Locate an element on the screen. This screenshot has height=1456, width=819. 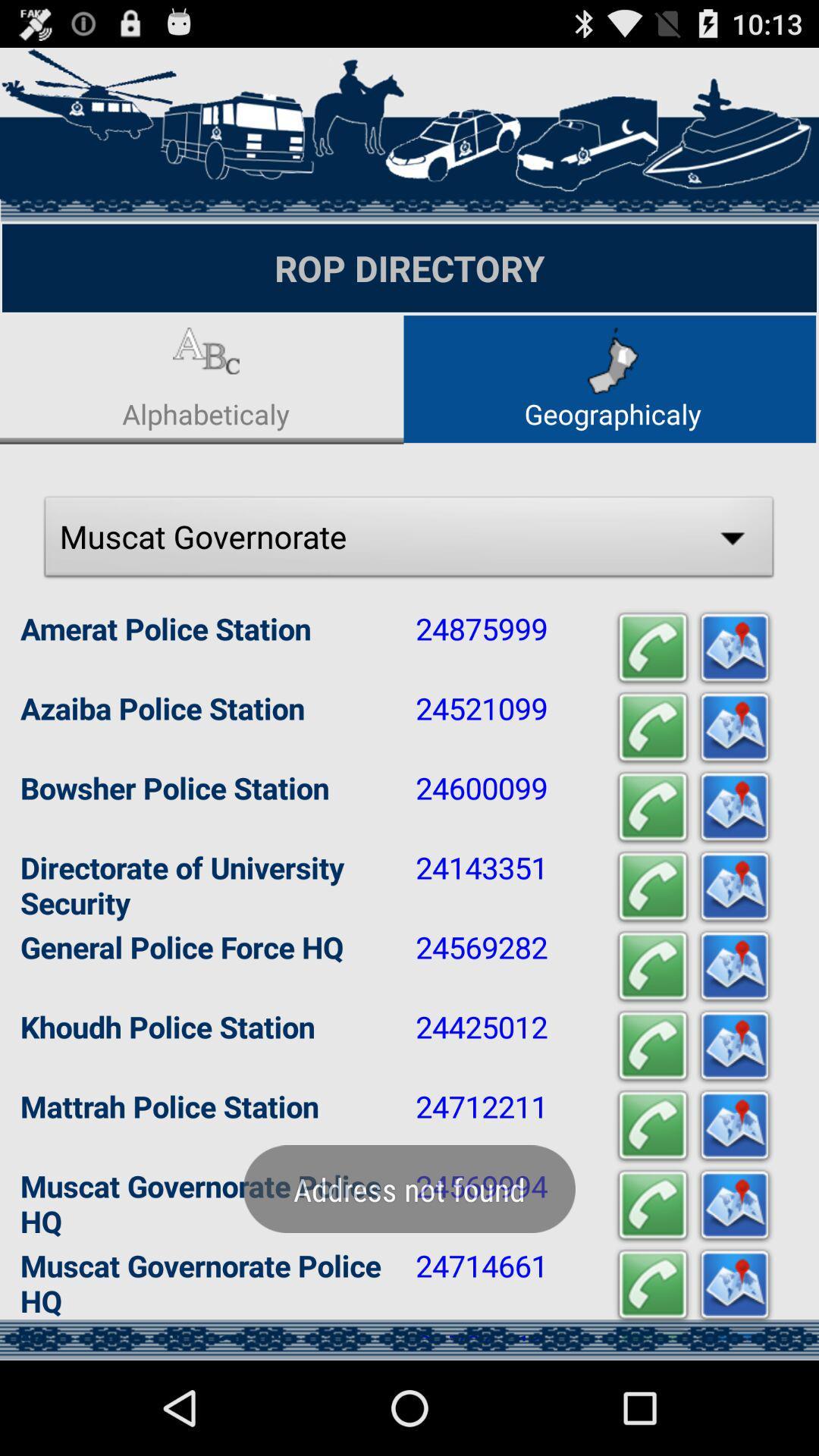
the call icon is located at coordinates (651, 949).